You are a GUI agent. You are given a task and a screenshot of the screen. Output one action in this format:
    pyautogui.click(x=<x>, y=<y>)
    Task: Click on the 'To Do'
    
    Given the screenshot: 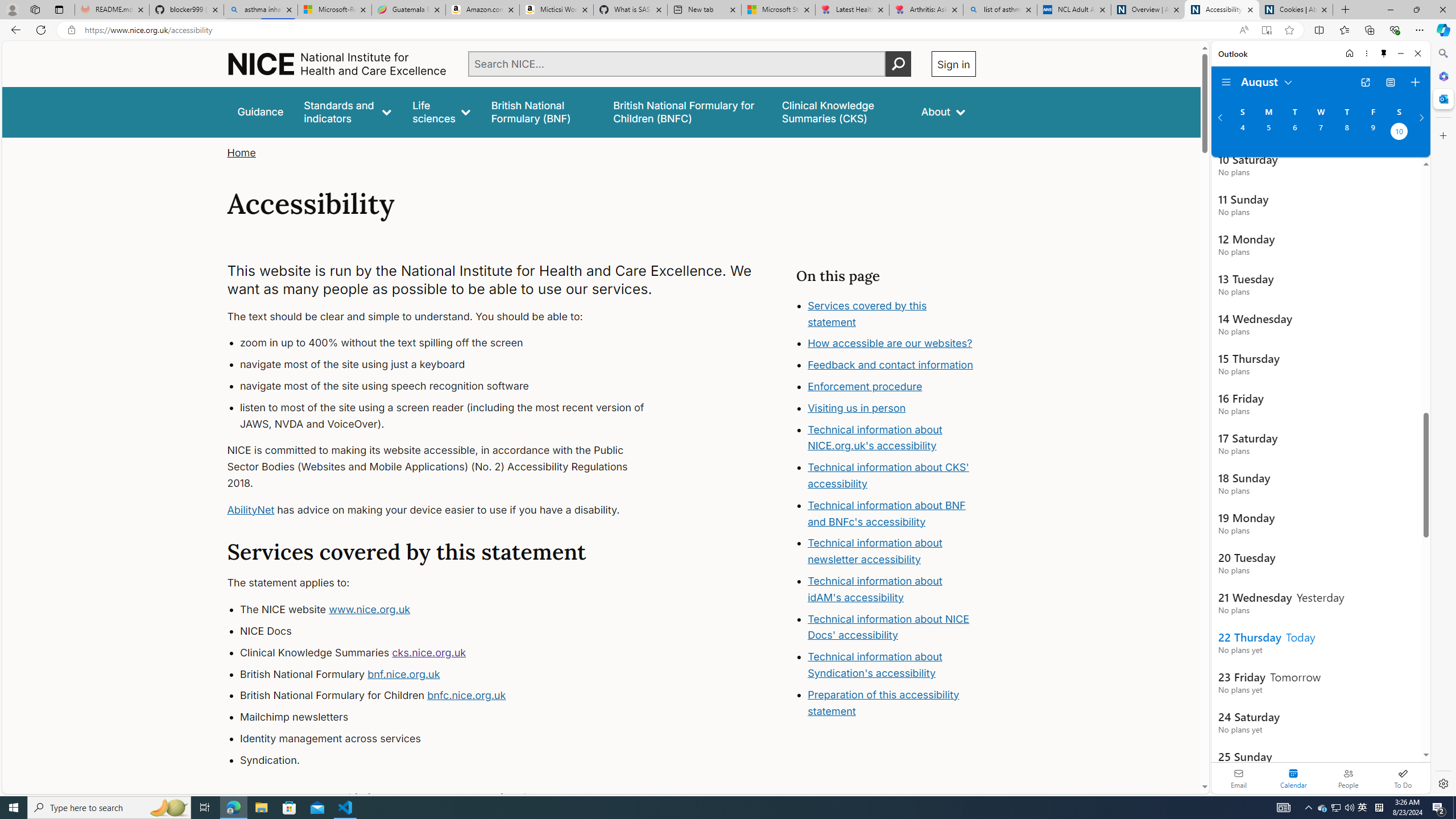 What is the action you would take?
    pyautogui.click(x=1403, y=777)
    